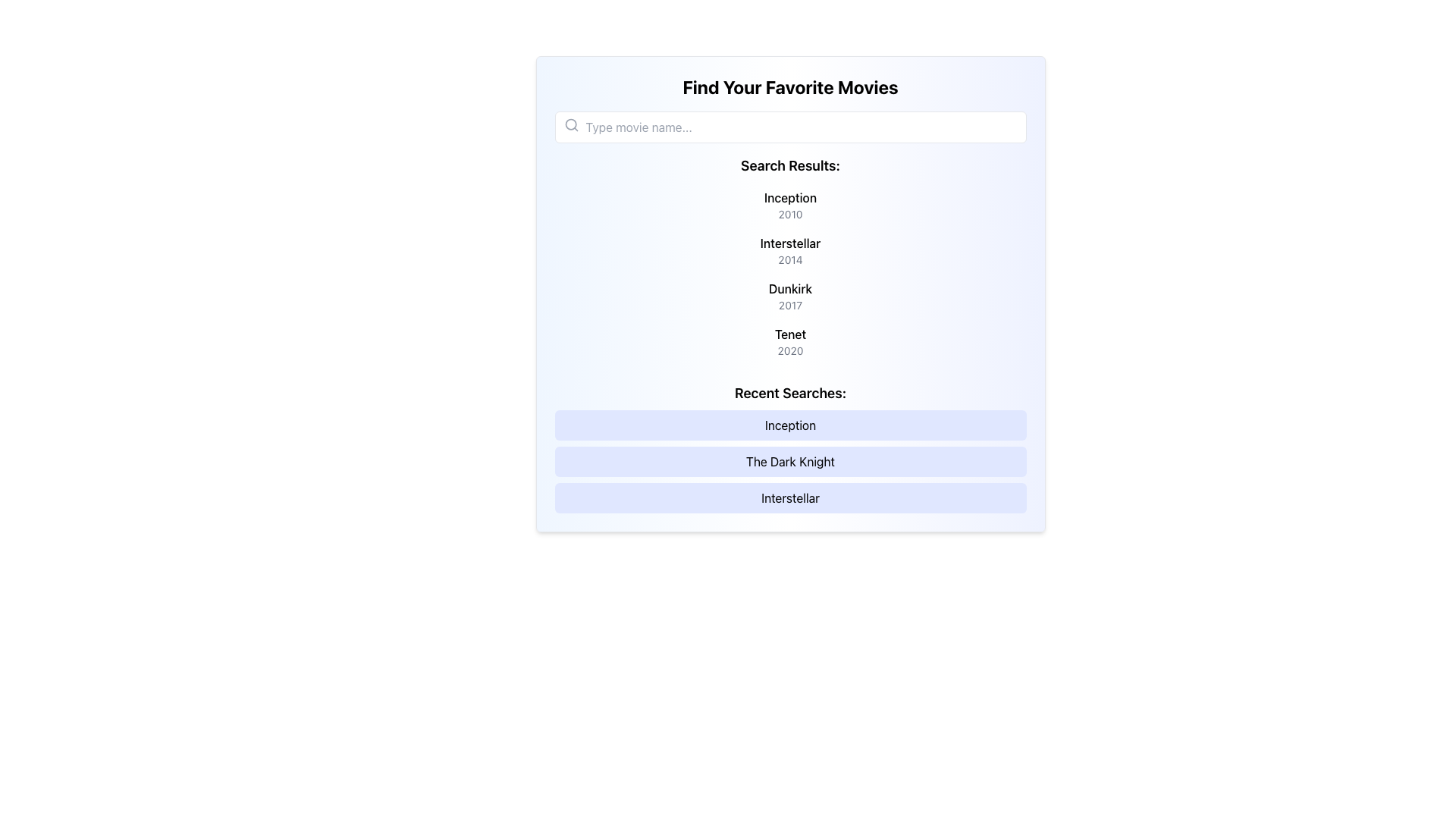 The width and height of the screenshot is (1456, 819). Describe the element at coordinates (789, 447) in the screenshot. I see `the middle clickable movie title in the 'Recent Searches:' section, which is styled with rounded corners and an indigo background` at that location.